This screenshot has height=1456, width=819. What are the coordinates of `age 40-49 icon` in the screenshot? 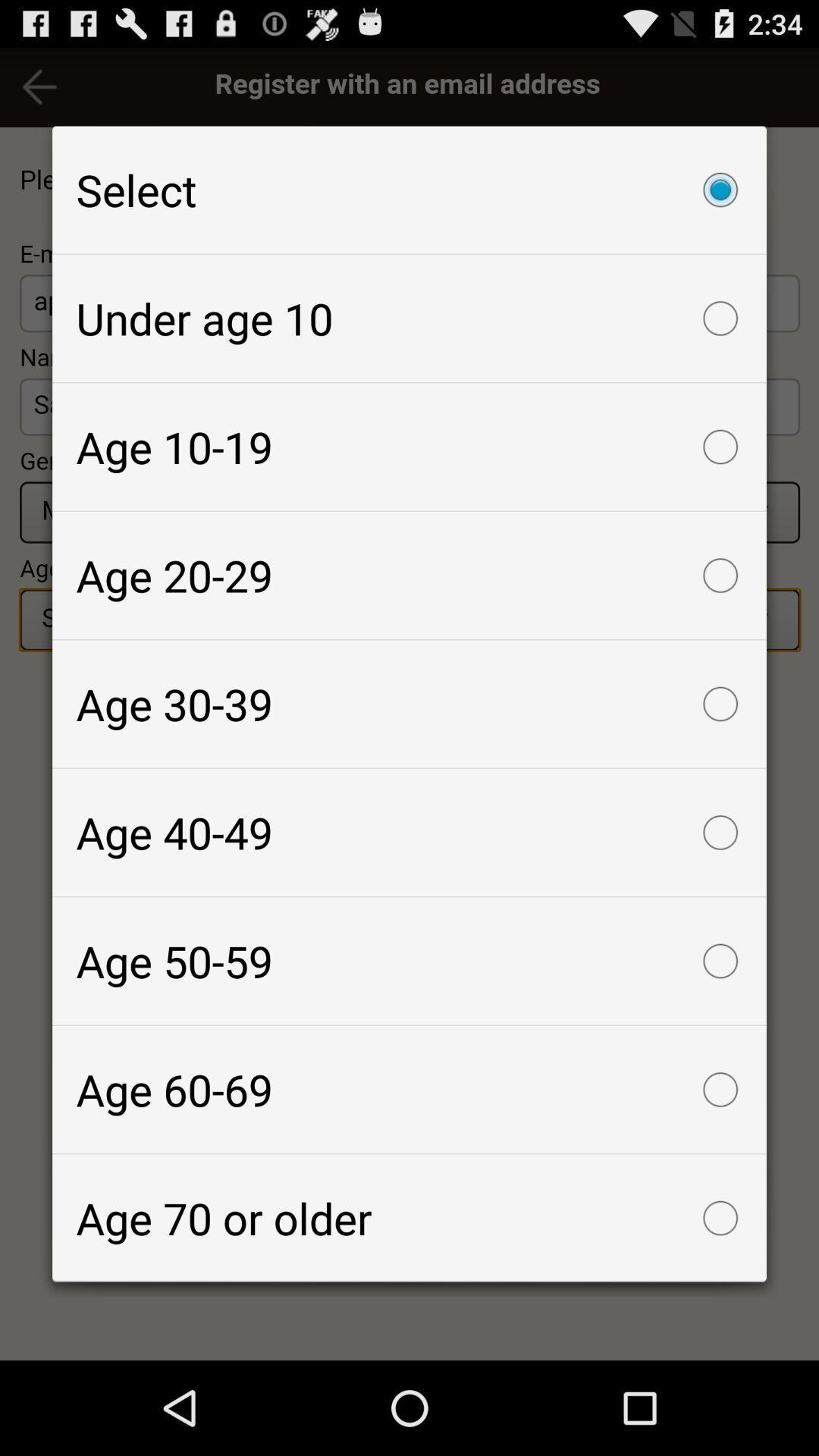 It's located at (409, 832).